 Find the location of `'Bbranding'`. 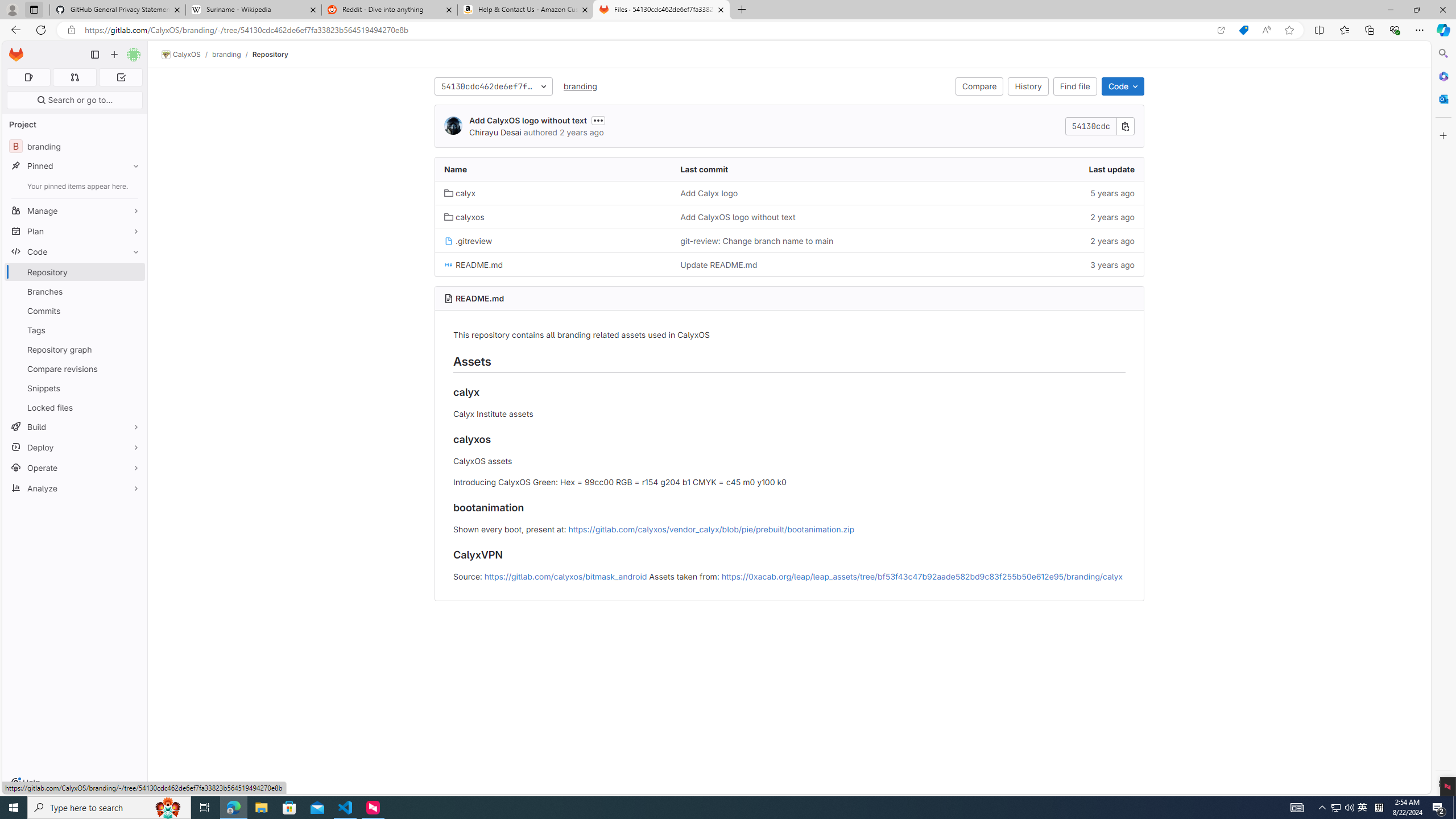

'Bbranding' is located at coordinates (74, 146).